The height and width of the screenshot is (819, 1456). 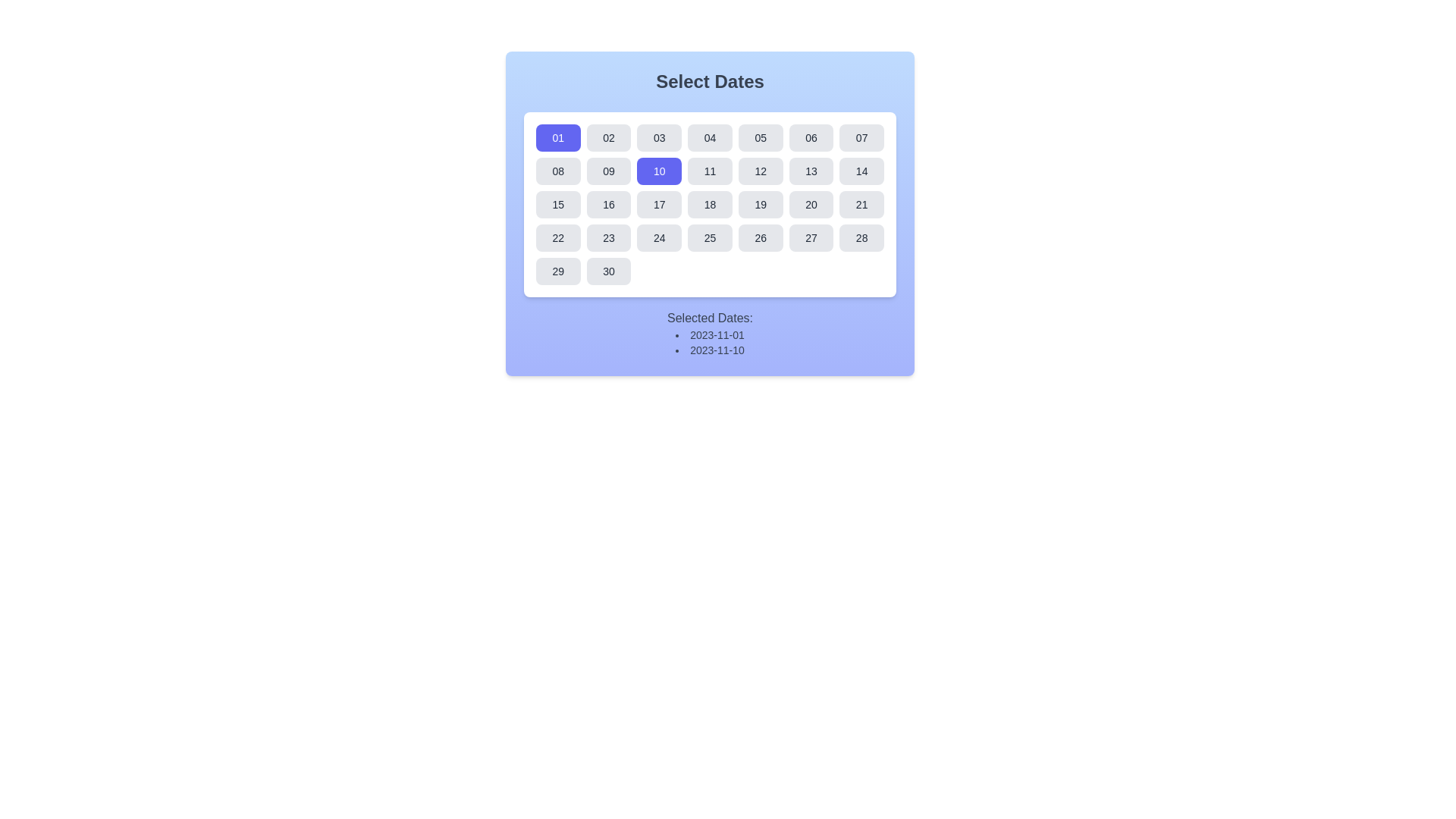 I want to click on the button representing the ninth date of the month in the calendar layout for keyboard interaction, so click(x=609, y=171).